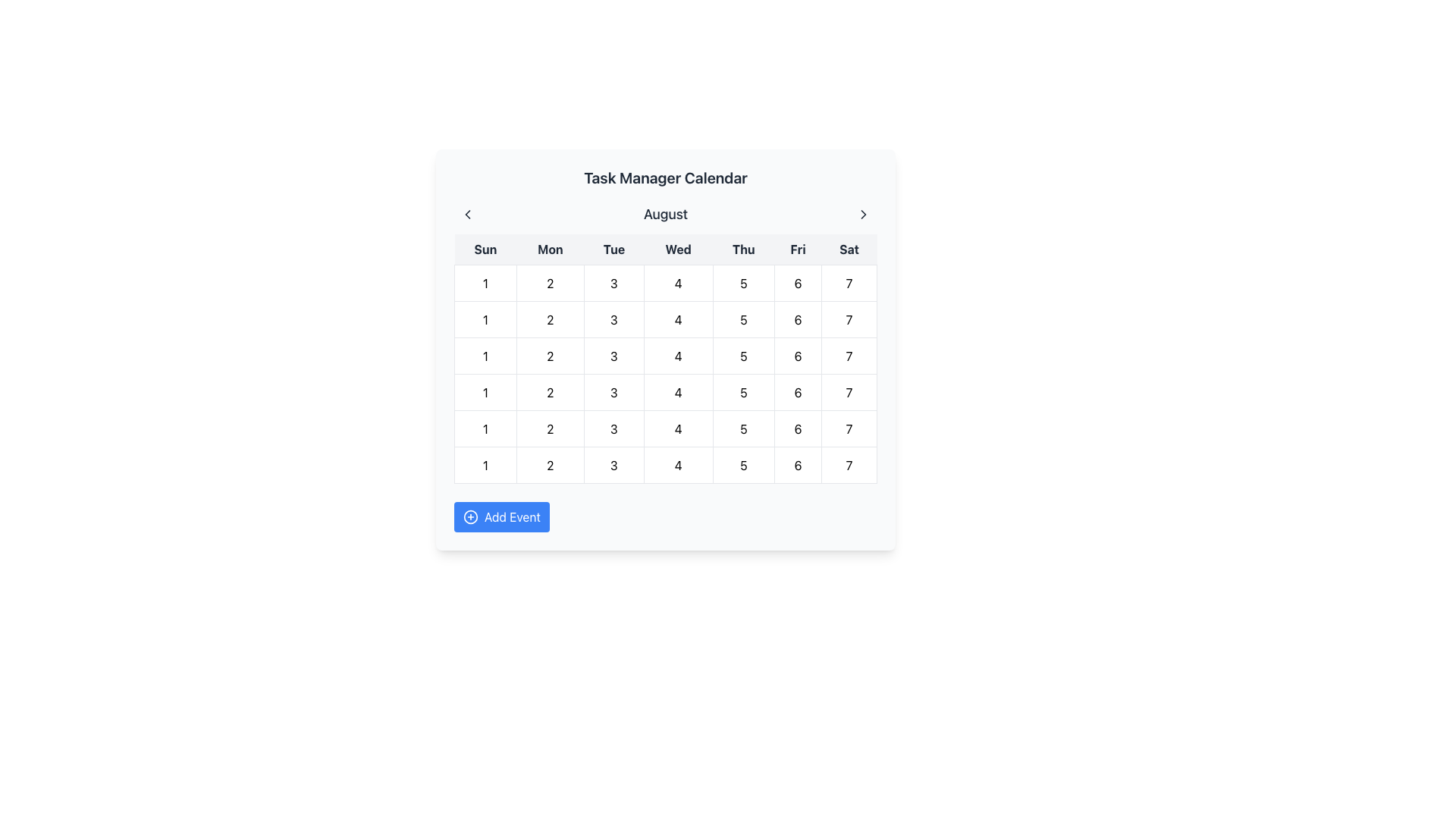 The width and height of the screenshot is (1456, 819). What do you see at coordinates (549, 356) in the screenshot?
I see `the calendar cell containing the number '2' located in the second column and first row` at bounding box center [549, 356].